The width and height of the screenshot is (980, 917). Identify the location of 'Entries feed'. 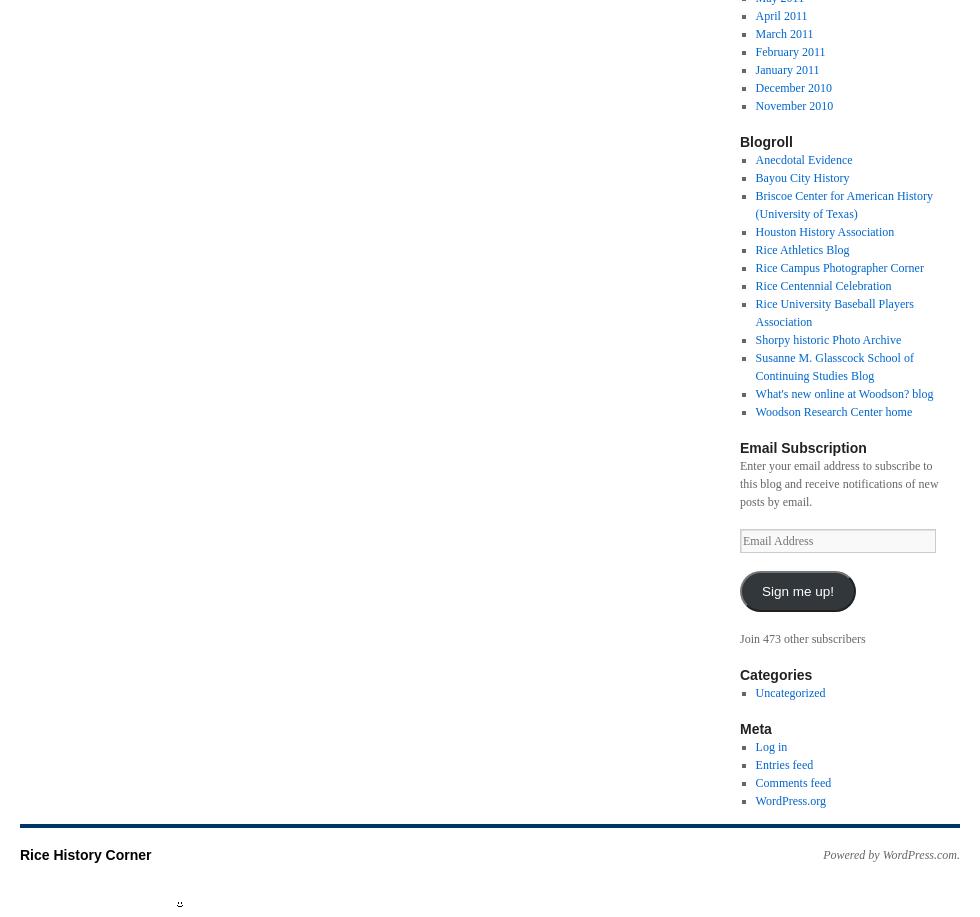
(784, 763).